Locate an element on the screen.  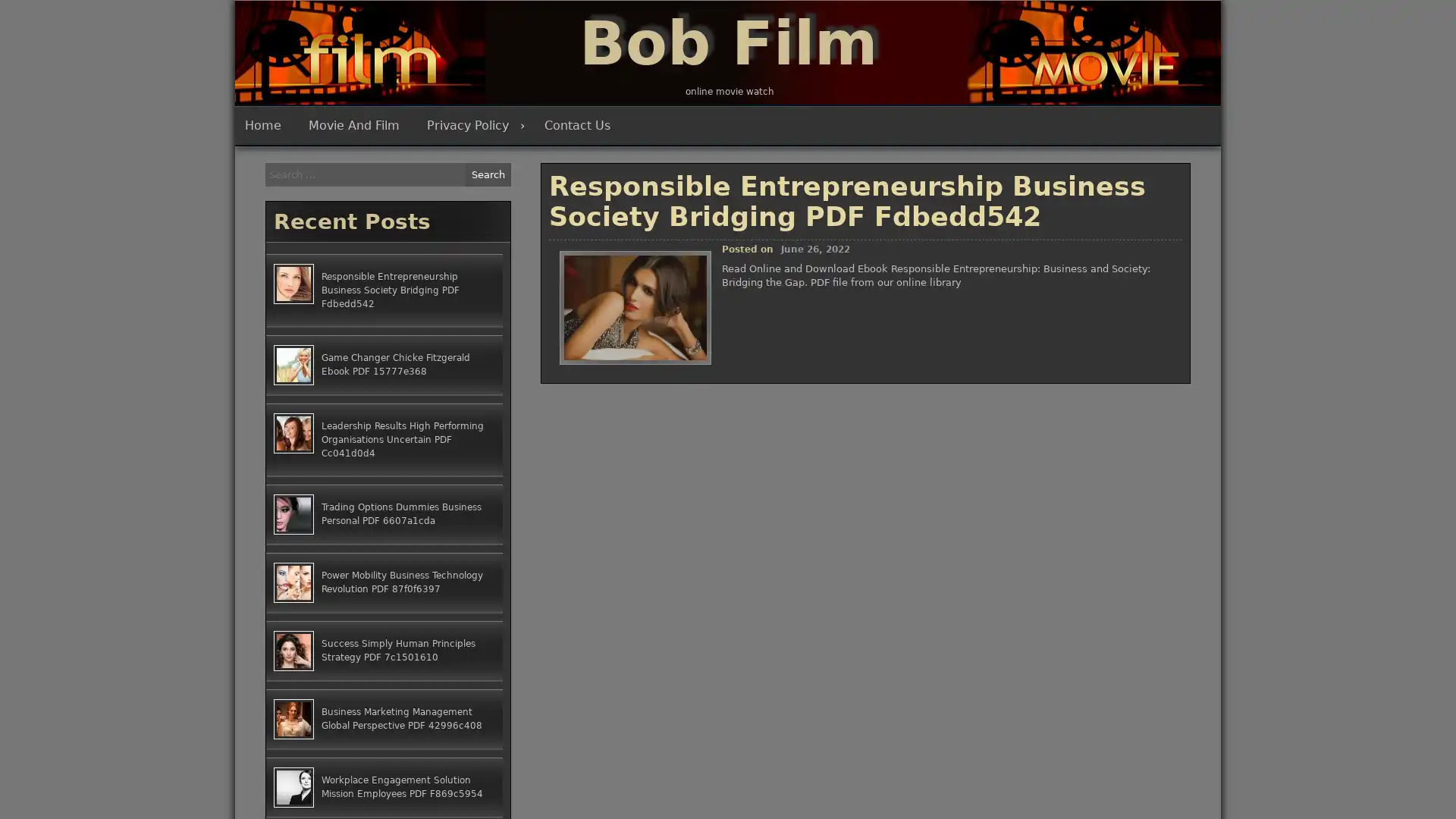
Search is located at coordinates (488, 174).